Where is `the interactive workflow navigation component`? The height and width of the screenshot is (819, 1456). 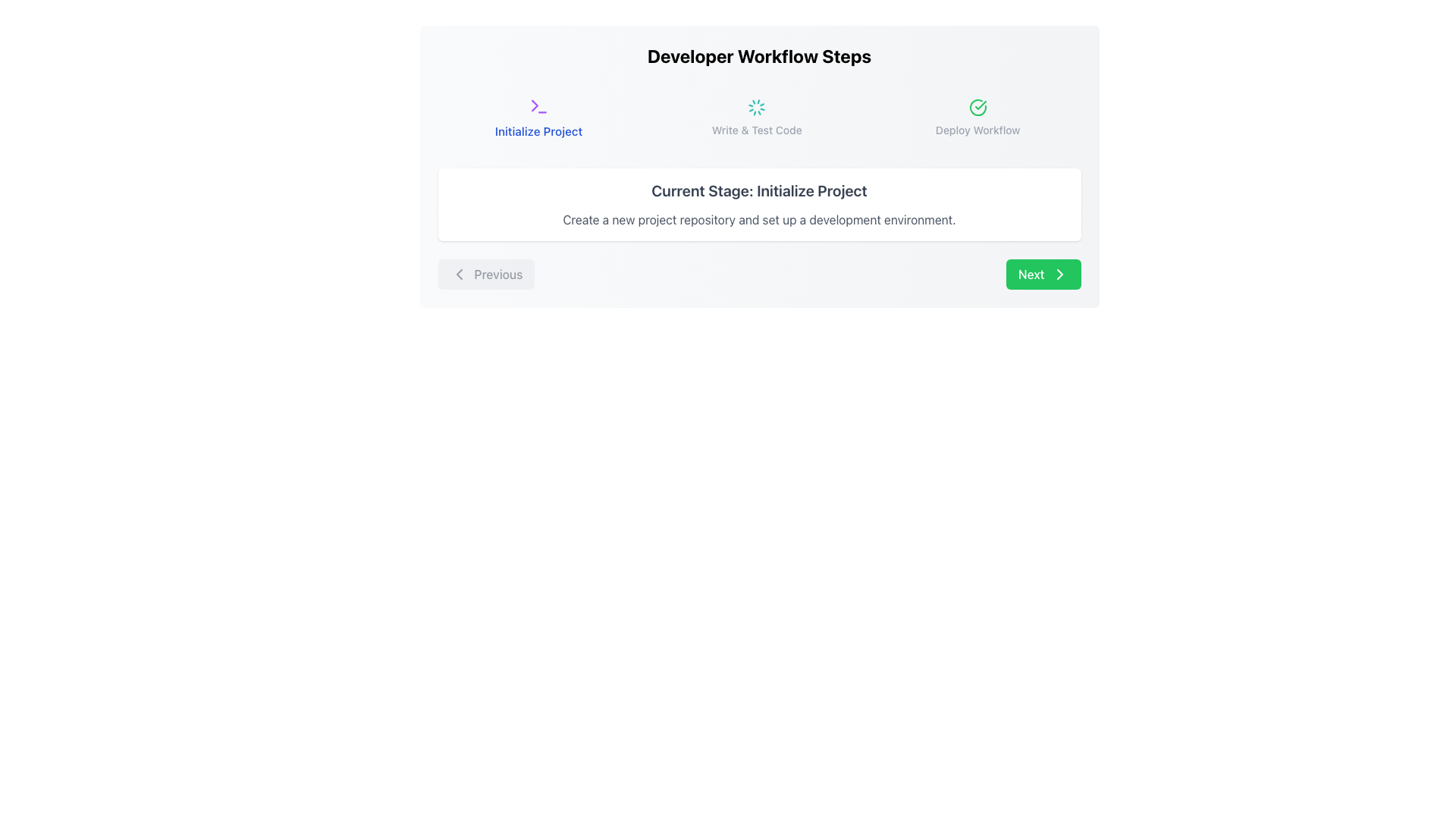 the interactive workflow navigation component is located at coordinates (759, 166).